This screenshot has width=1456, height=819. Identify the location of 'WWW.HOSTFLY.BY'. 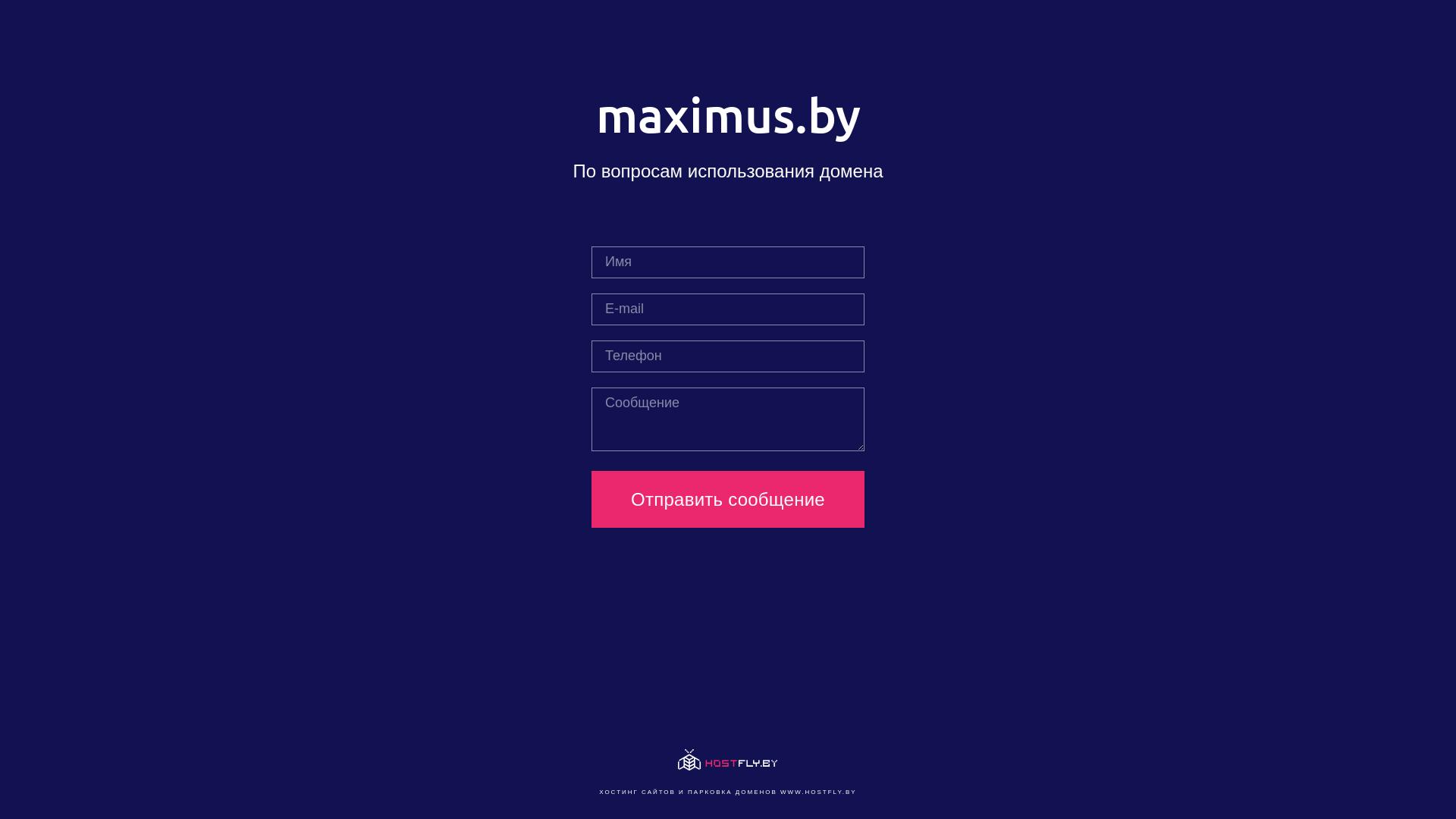
(817, 791).